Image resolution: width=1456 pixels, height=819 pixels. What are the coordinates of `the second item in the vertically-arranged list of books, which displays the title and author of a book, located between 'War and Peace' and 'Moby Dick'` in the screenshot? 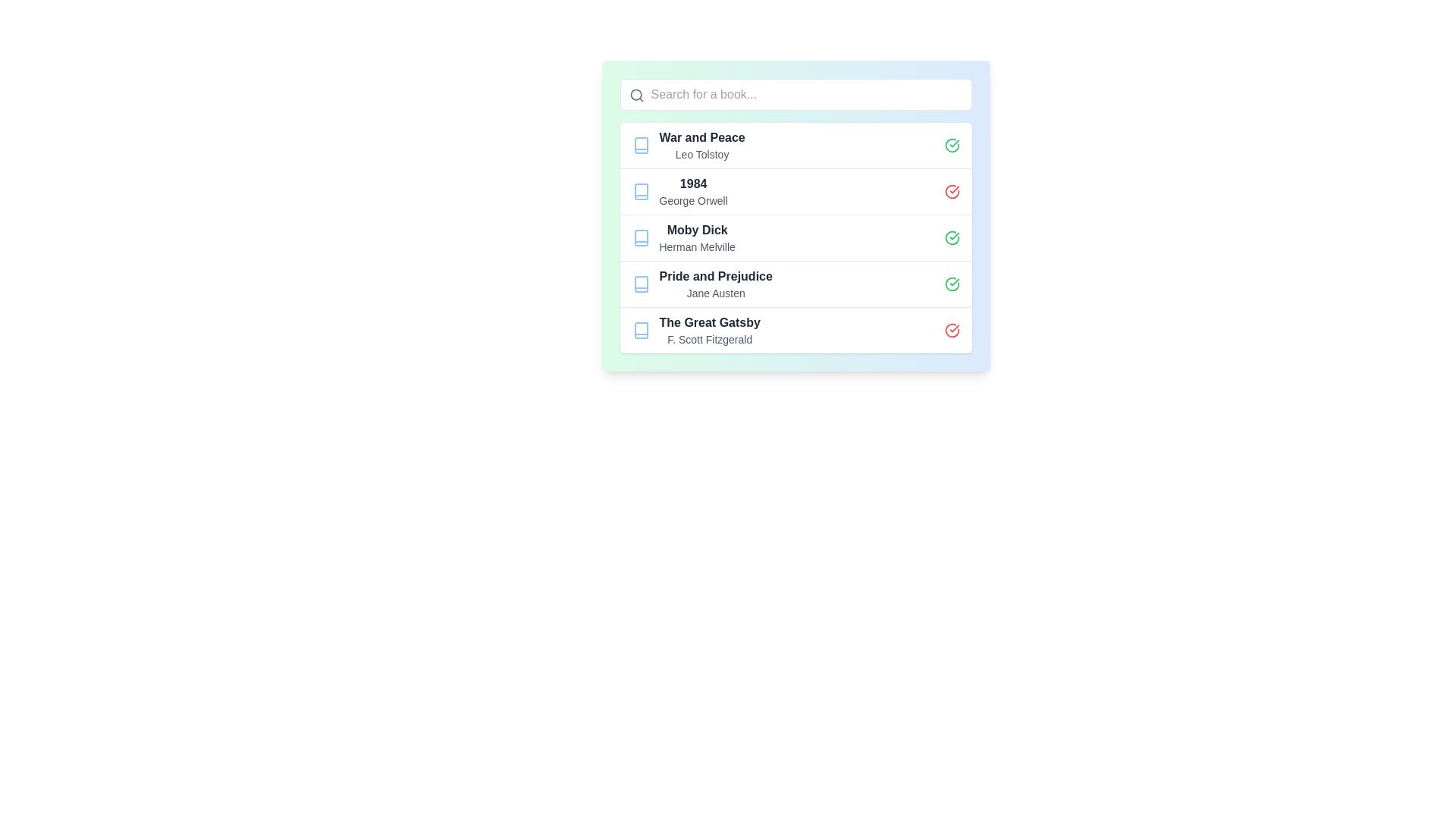 It's located at (692, 191).